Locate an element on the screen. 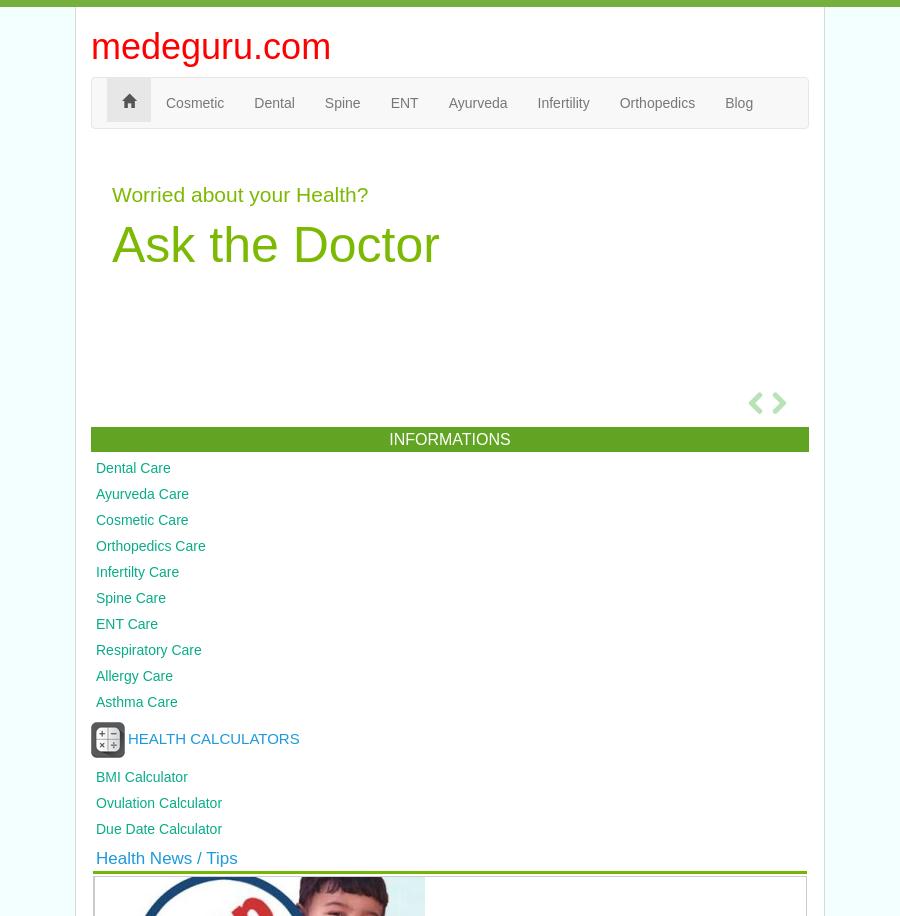 The height and width of the screenshot is (916, 900). 'Allergy Care' is located at coordinates (134, 675).